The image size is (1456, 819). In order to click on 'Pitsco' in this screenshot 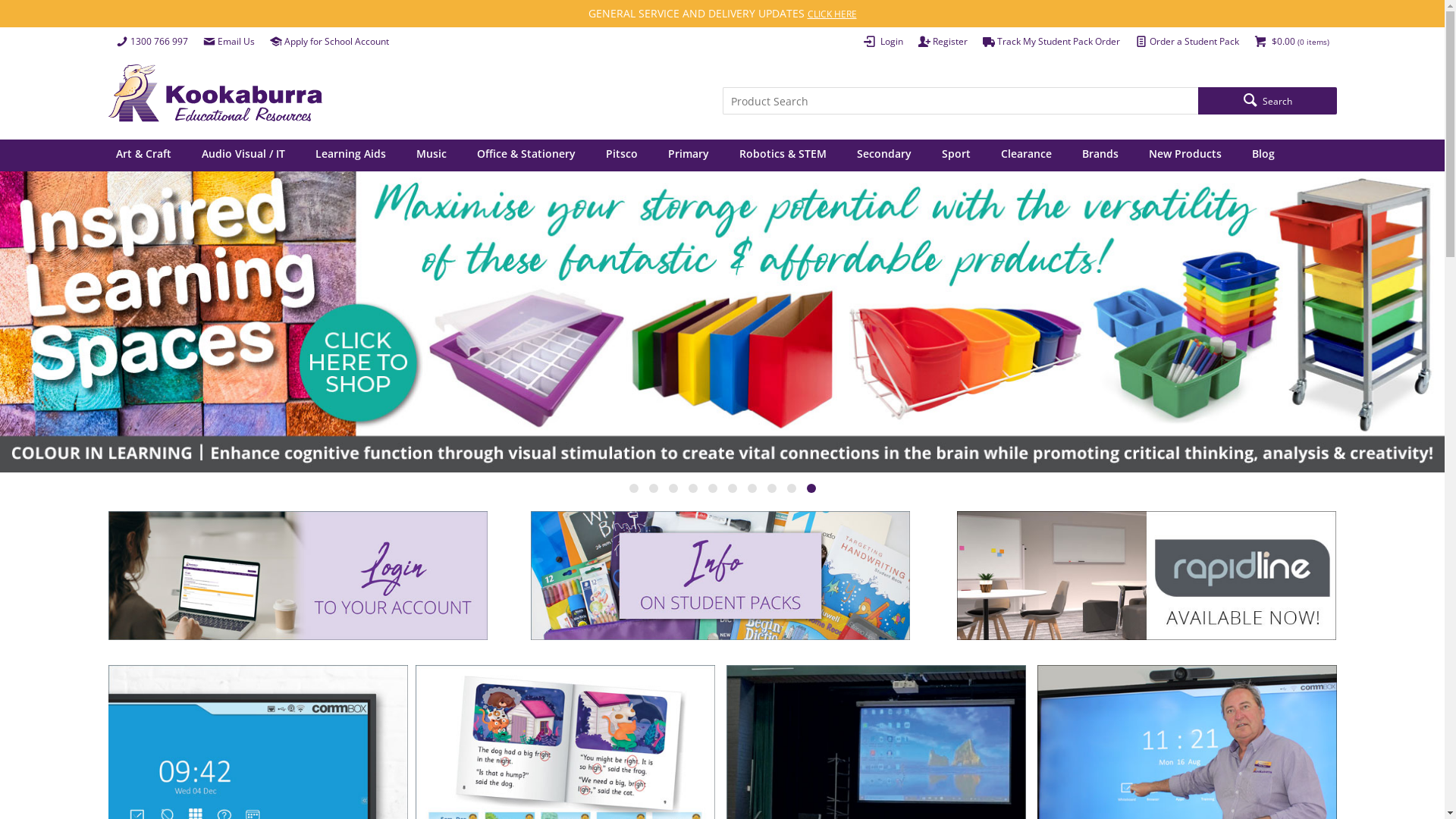, I will do `click(622, 155)`.